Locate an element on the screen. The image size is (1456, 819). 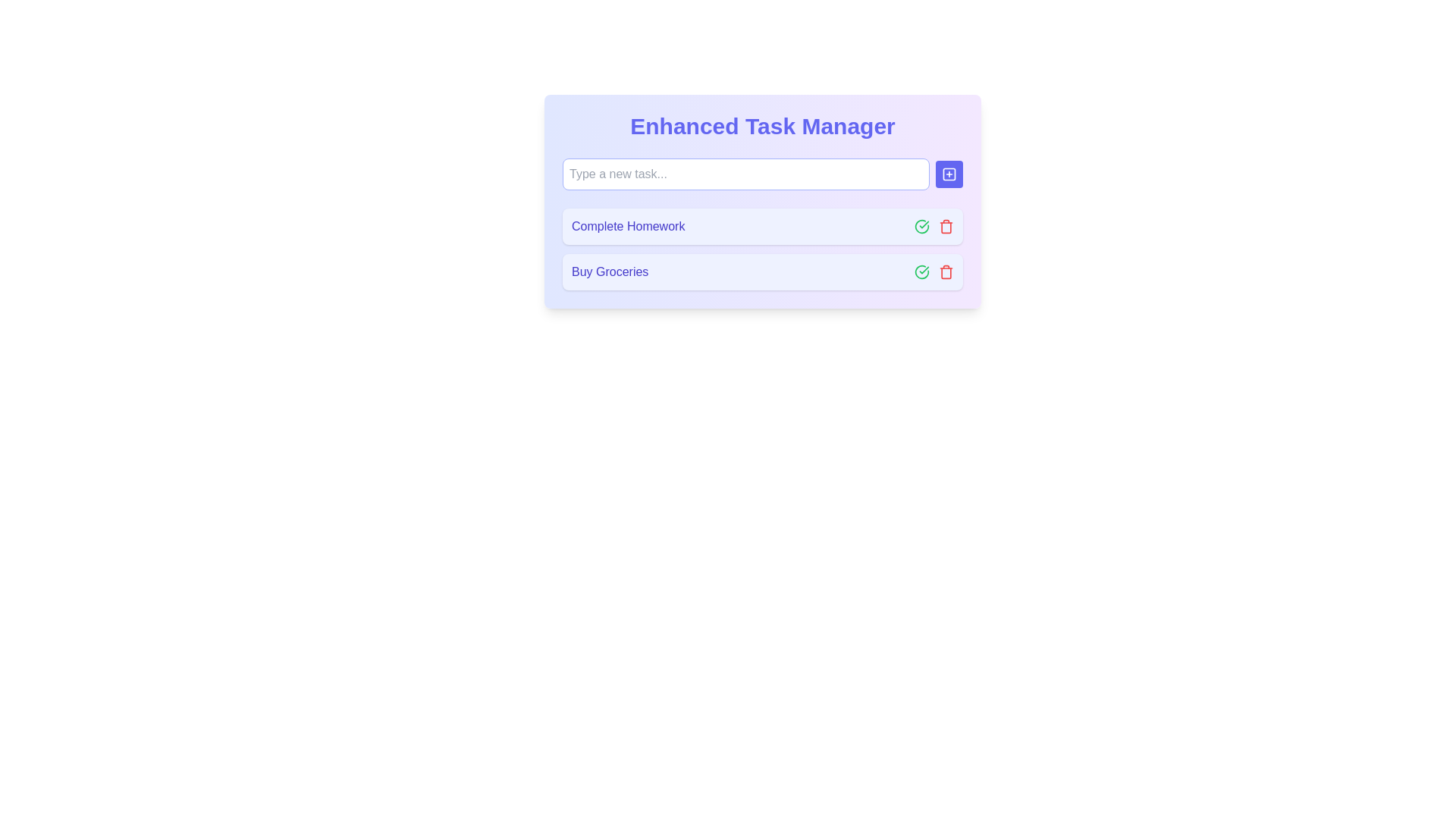
the bold indigo text label that reads 'Complete Homework' located at the top of the task list in the task management application is located at coordinates (628, 227).